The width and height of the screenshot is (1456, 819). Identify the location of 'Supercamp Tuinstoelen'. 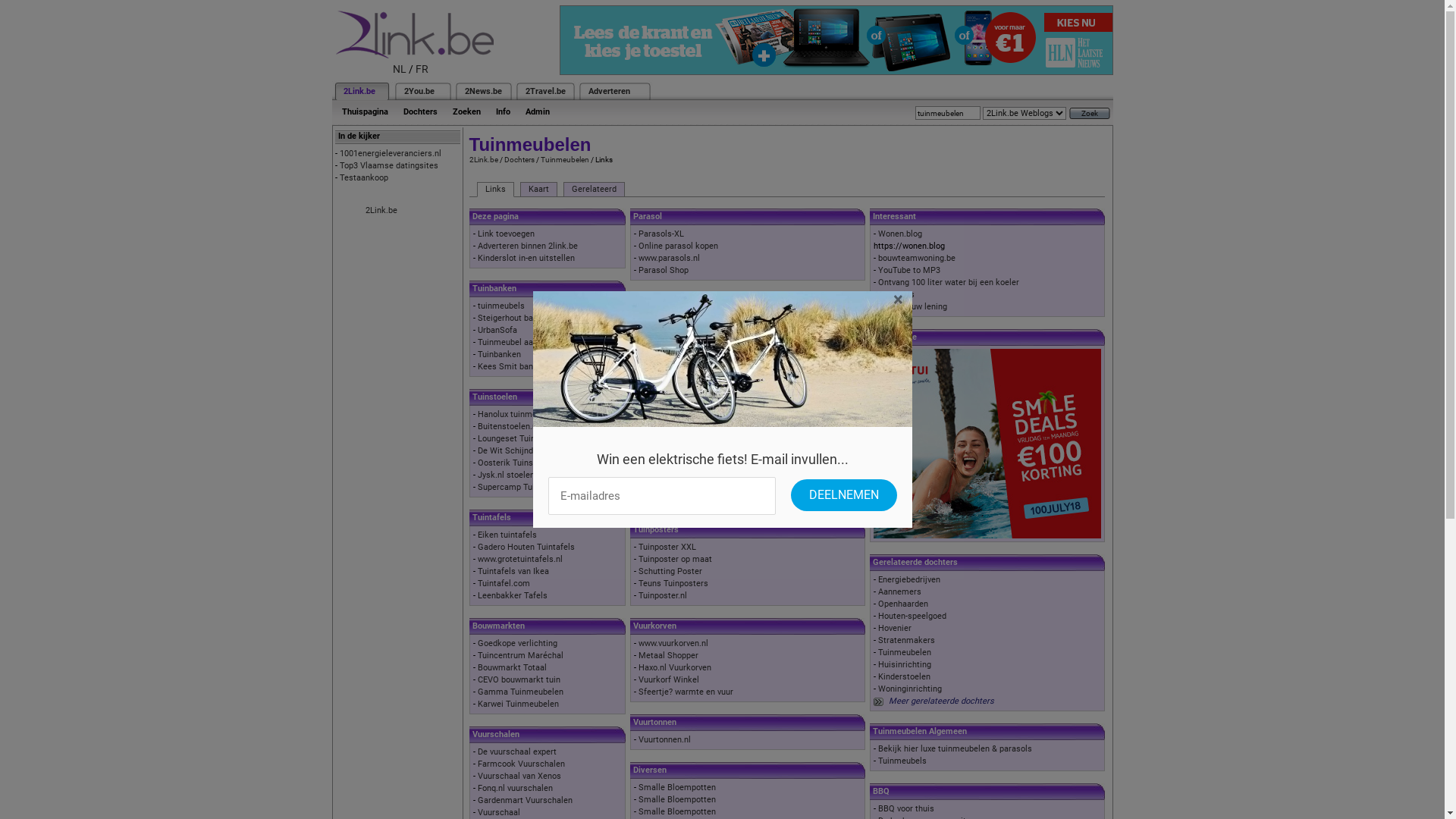
(476, 487).